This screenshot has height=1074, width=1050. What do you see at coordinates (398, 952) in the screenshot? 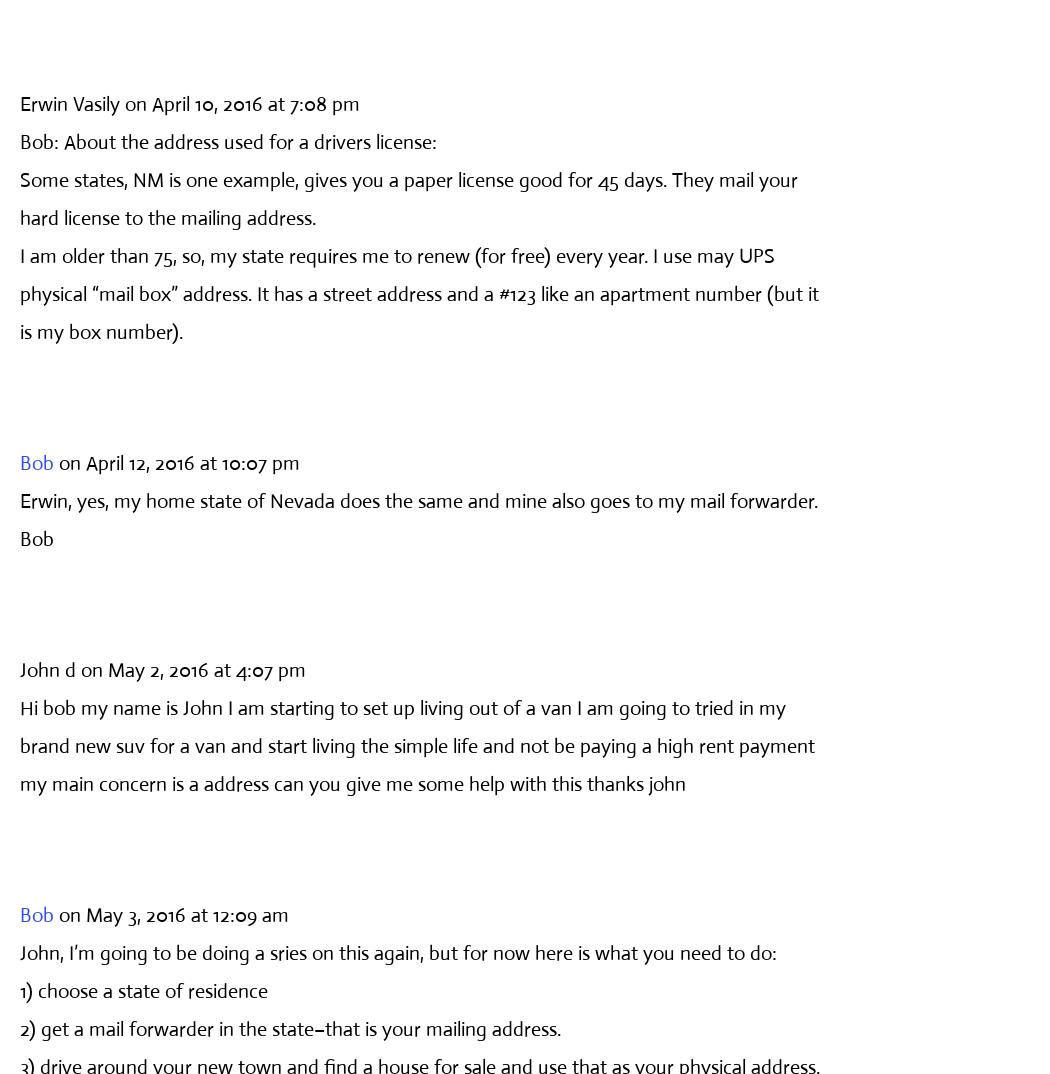
I see `'John, I’m going to be doing a sries on this again, but for now here is what you need to do:'` at bounding box center [398, 952].